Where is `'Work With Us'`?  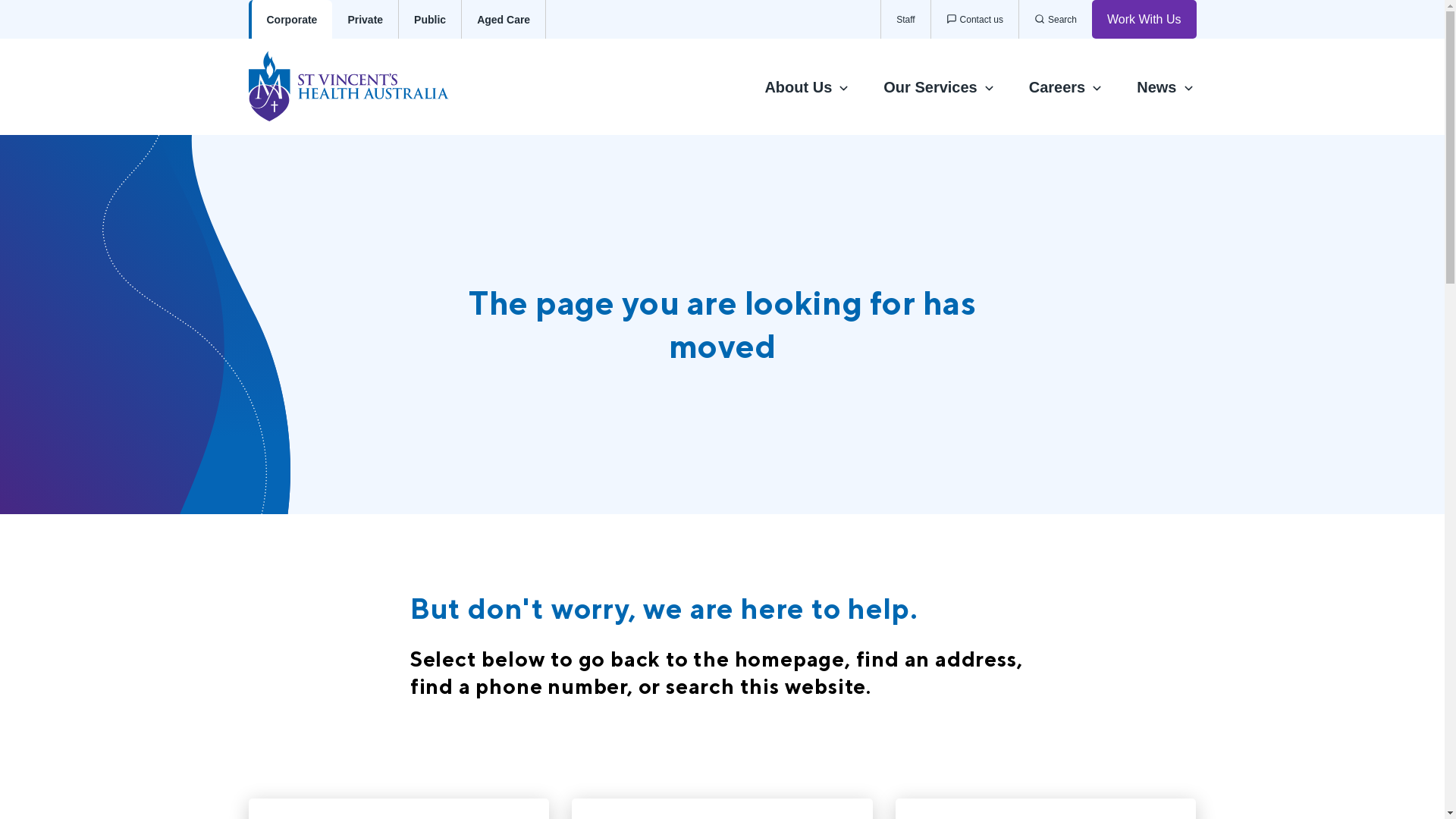 'Work With Us' is located at coordinates (1144, 19).